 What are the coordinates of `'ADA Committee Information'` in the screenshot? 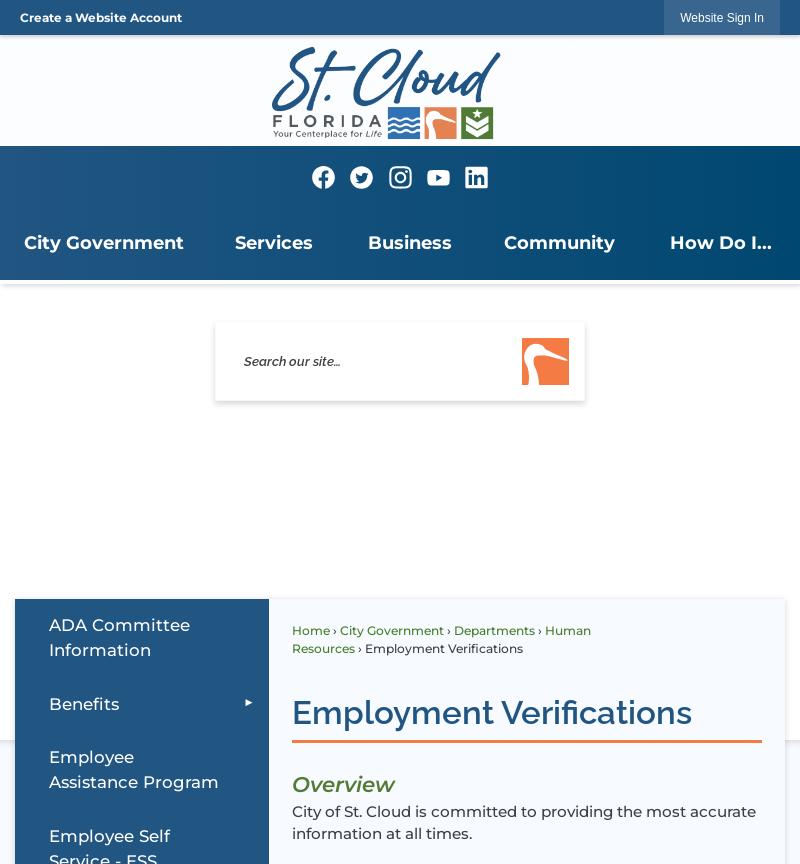 It's located at (47, 636).